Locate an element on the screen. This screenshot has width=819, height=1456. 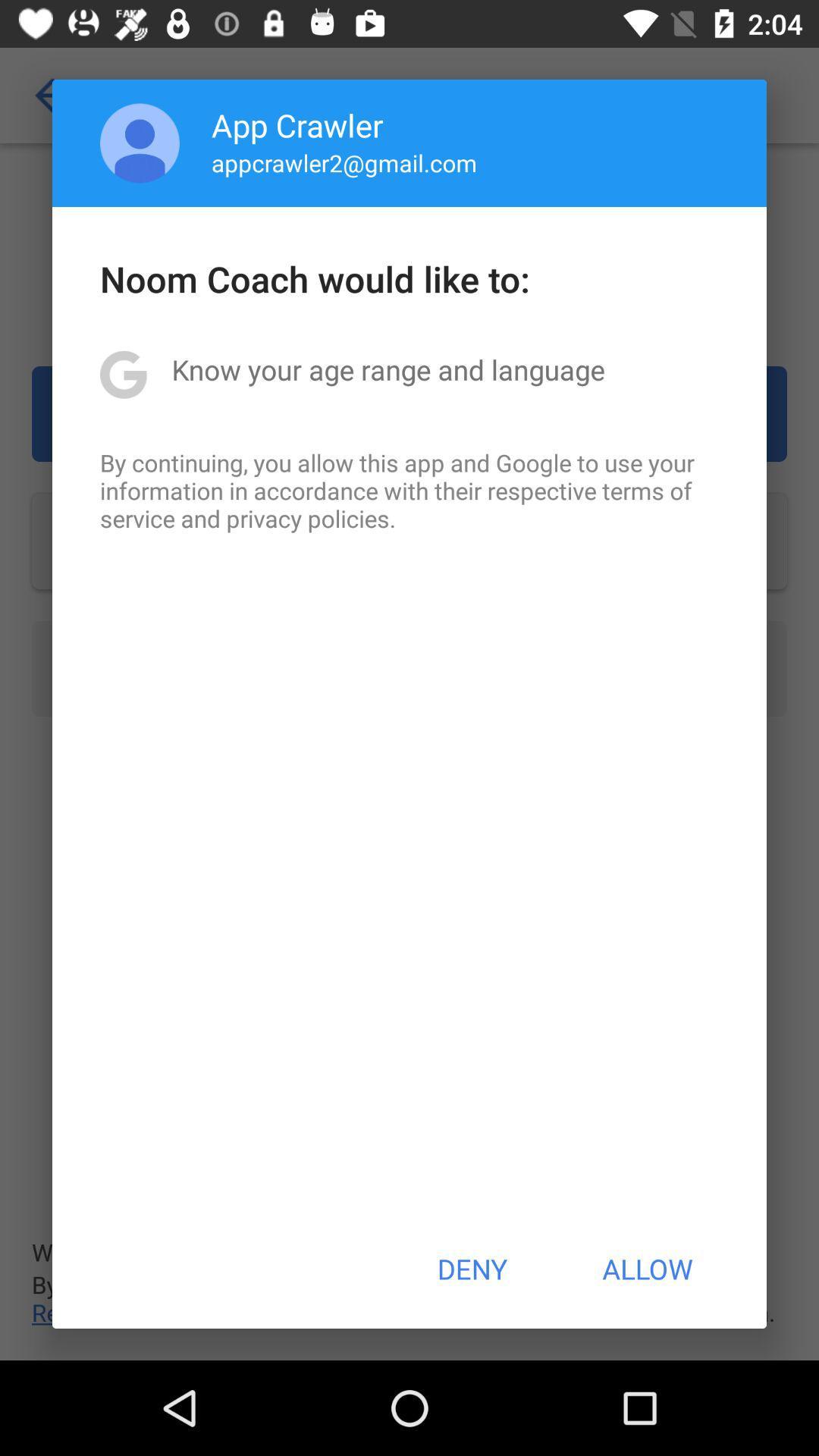
the app crawler is located at coordinates (297, 124).